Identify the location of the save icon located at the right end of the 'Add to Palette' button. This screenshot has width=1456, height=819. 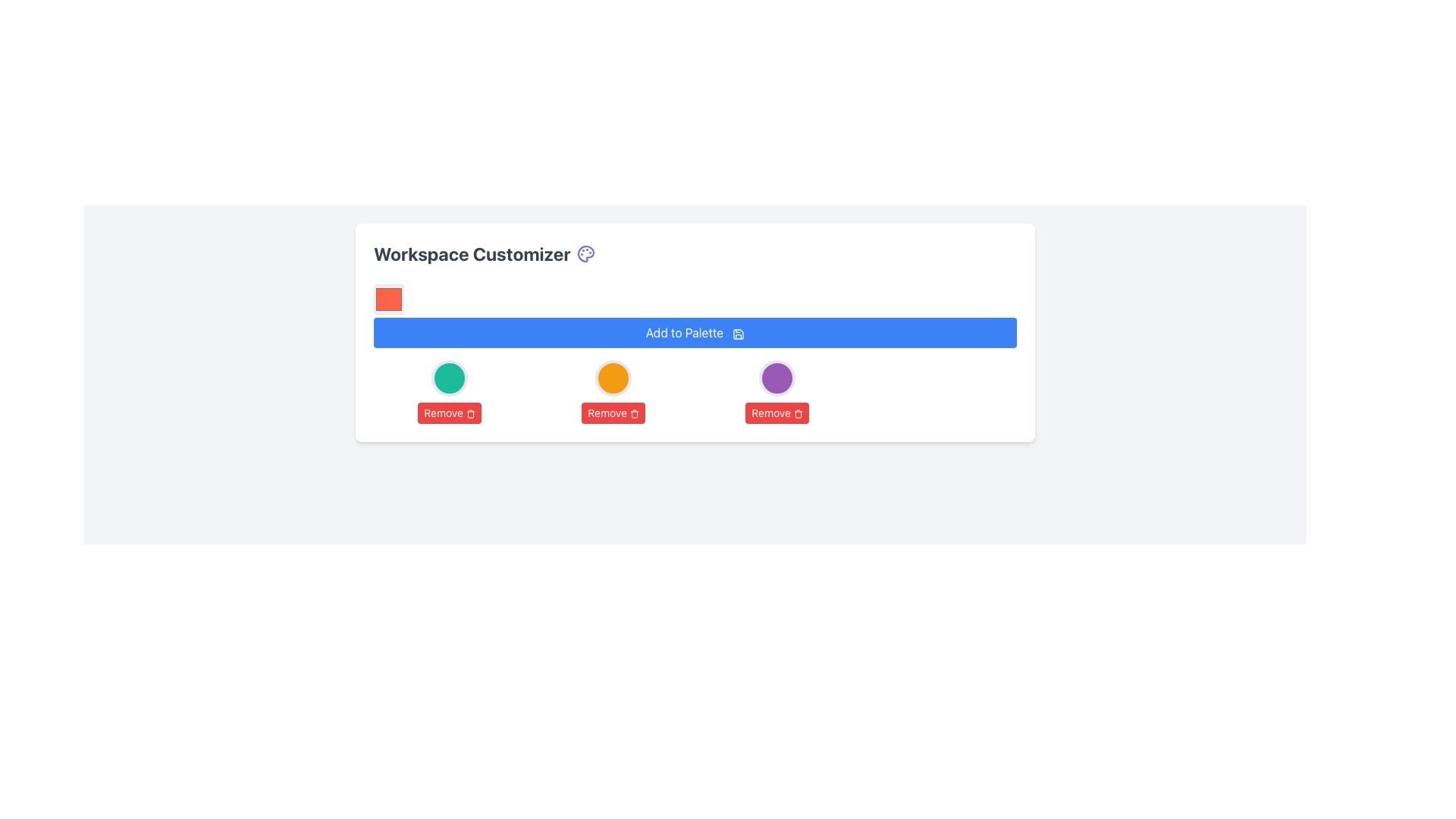
(739, 333).